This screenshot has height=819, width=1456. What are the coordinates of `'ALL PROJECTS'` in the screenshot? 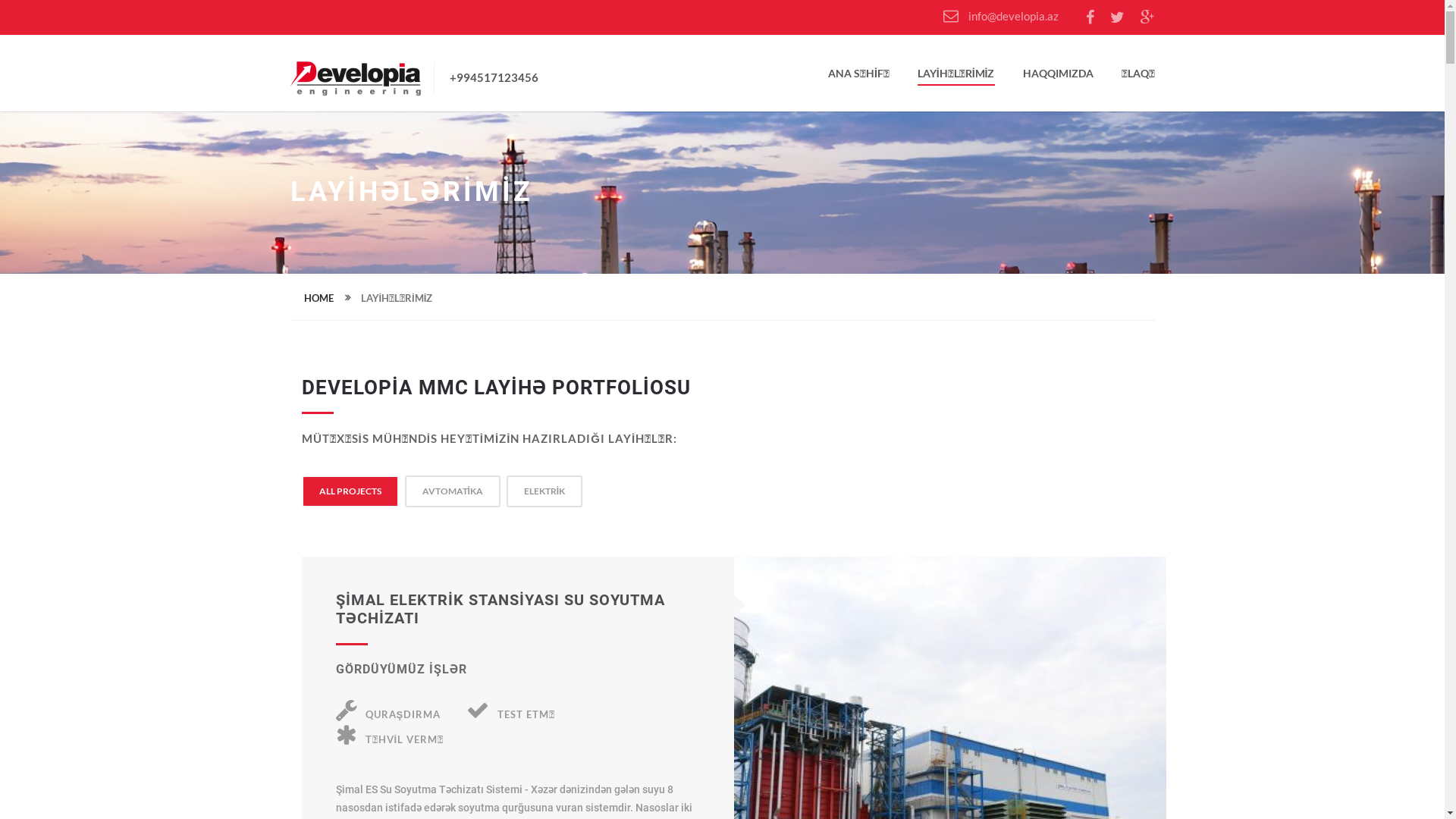 It's located at (318, 491).